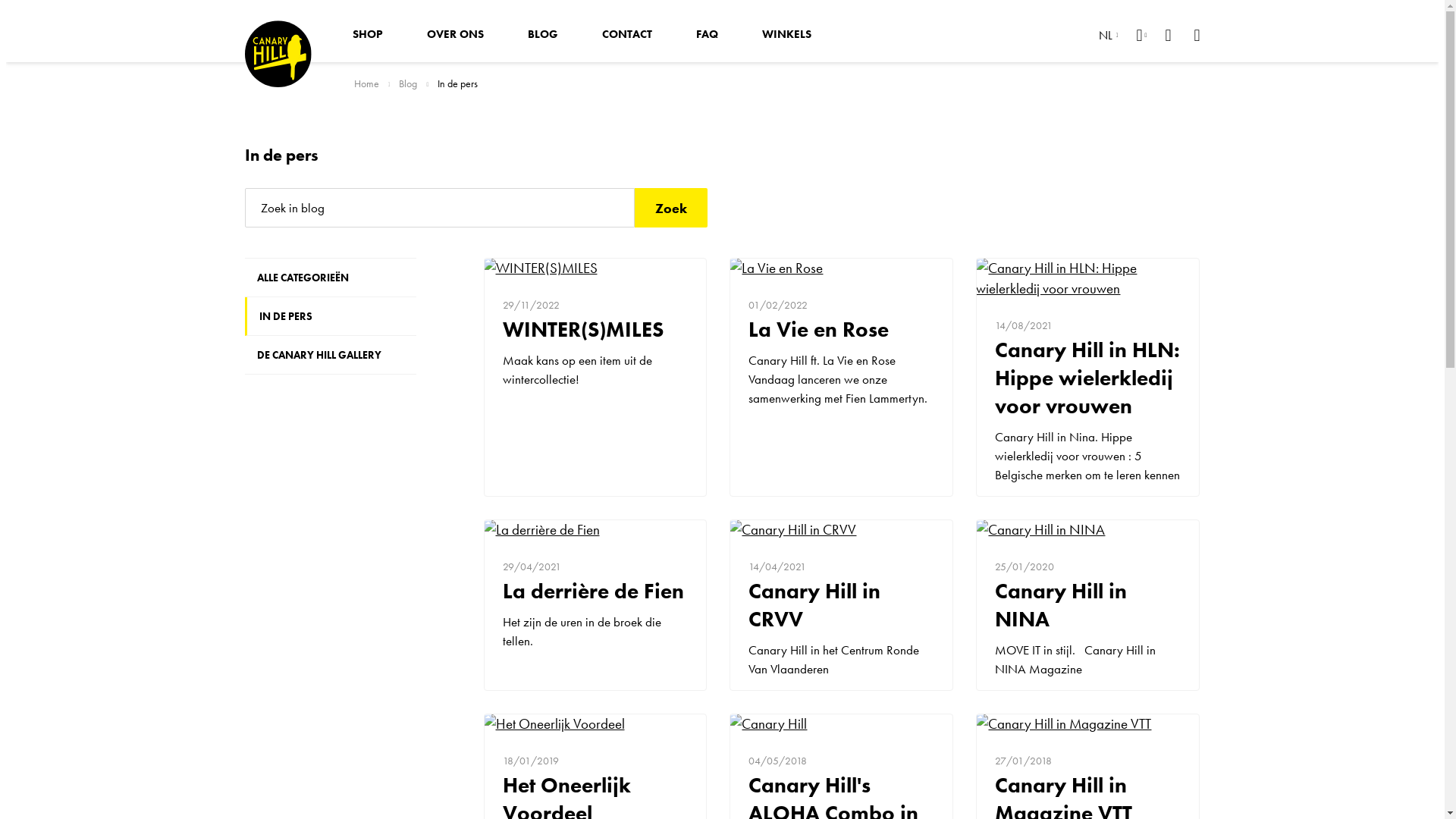 Image resolution: width=1456 pixels, height=819 pixels. Describe the element at coordinates (748, 604) in the screenshot. I see `'Canary Hill in CRVV'` at that location.